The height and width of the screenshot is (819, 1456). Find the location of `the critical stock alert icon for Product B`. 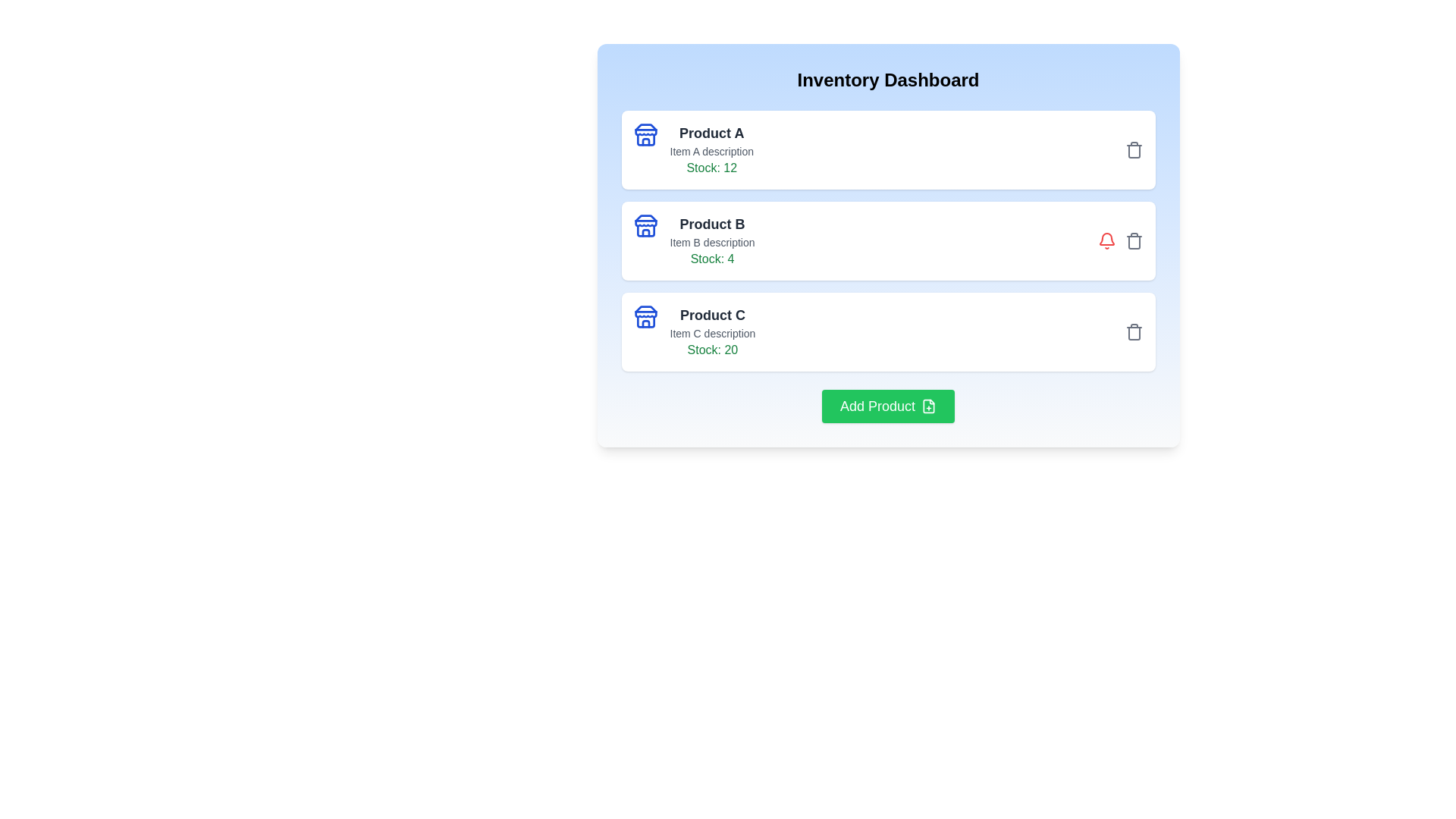

the critical stock alert icon for Product B is located at coordinates (1106, 240).